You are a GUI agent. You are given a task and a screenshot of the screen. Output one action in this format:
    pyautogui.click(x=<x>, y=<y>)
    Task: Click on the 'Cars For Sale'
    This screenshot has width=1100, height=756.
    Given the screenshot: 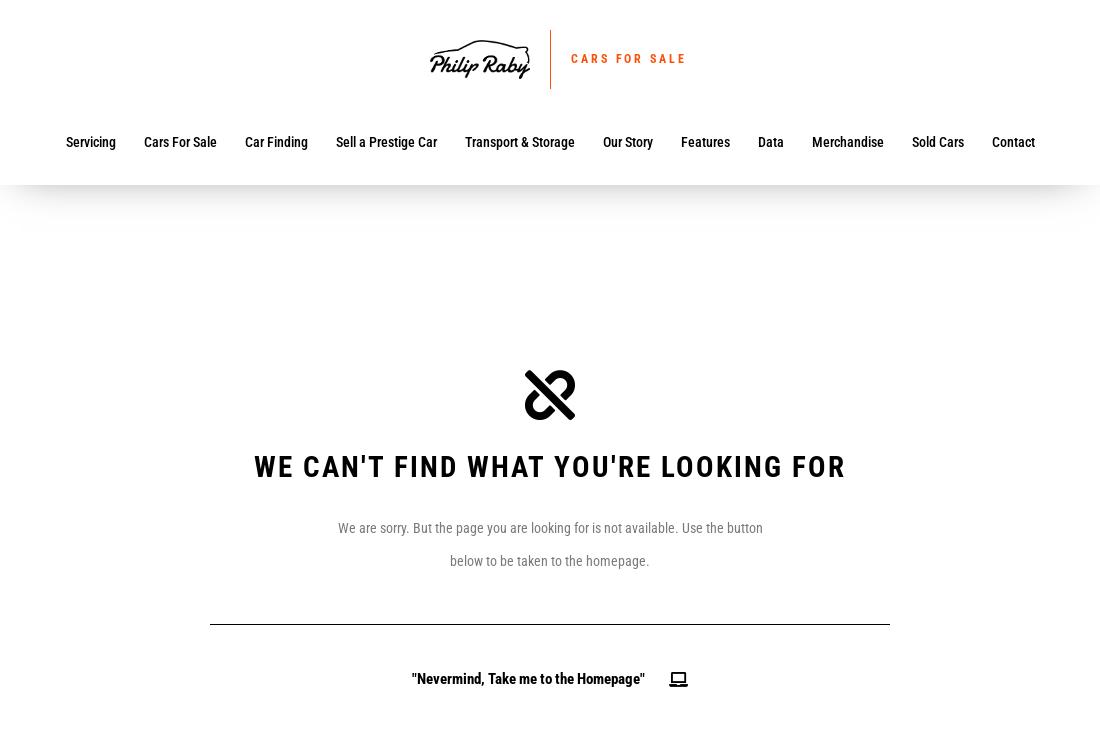 What is the action you would take?
    pyautogui.click(x=142, y=141)
    